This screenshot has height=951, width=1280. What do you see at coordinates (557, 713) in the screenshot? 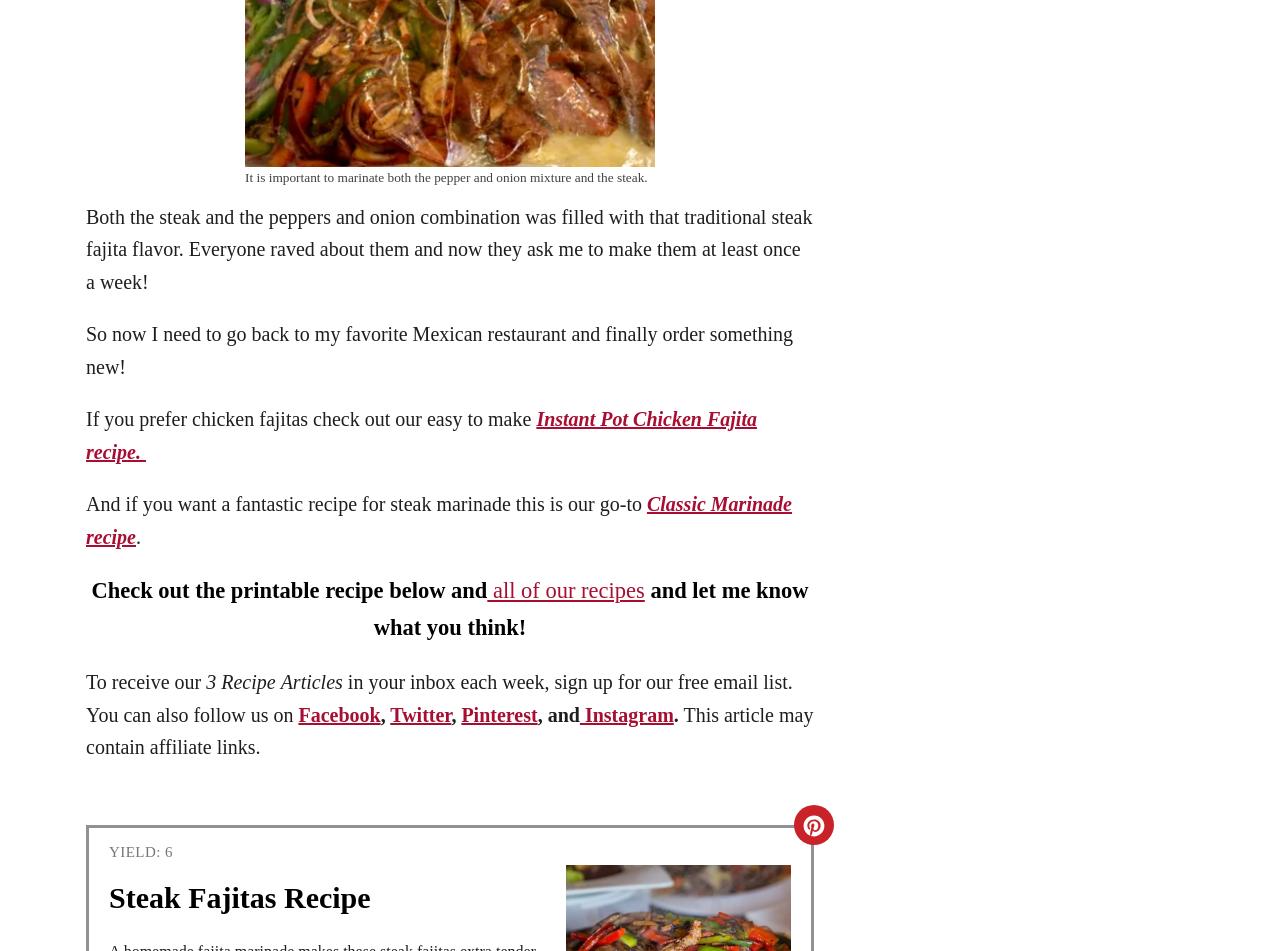
I see `', and'` at bounding box center [557, 713].